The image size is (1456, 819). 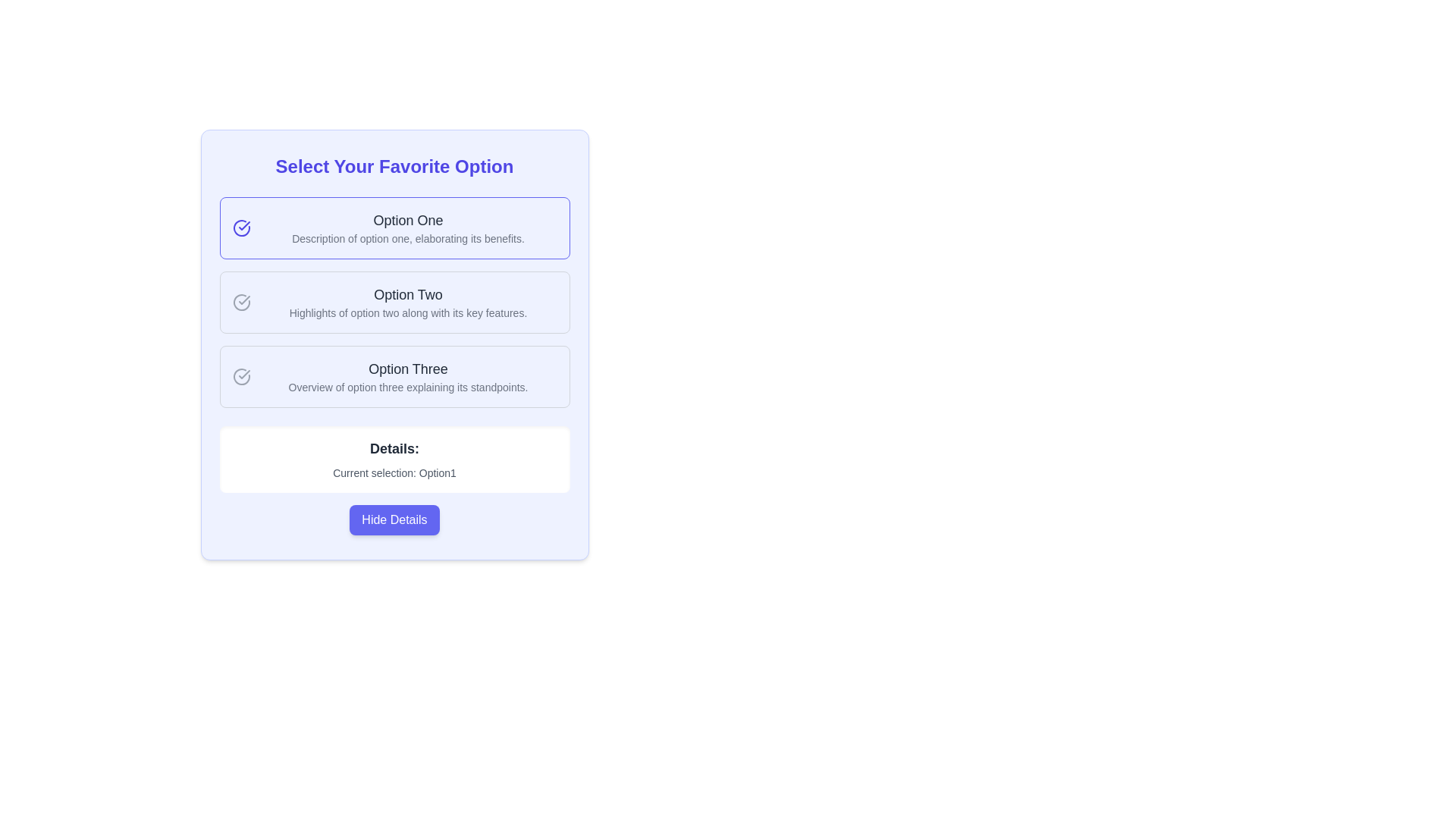 What do you see at coordinates (408, 220) in the screenshot?
I see `text from the 'Option One' text element, which is the first selectable option in a list, displayed in bold dark gray on a light gray background` at bounding box center [408, 220].